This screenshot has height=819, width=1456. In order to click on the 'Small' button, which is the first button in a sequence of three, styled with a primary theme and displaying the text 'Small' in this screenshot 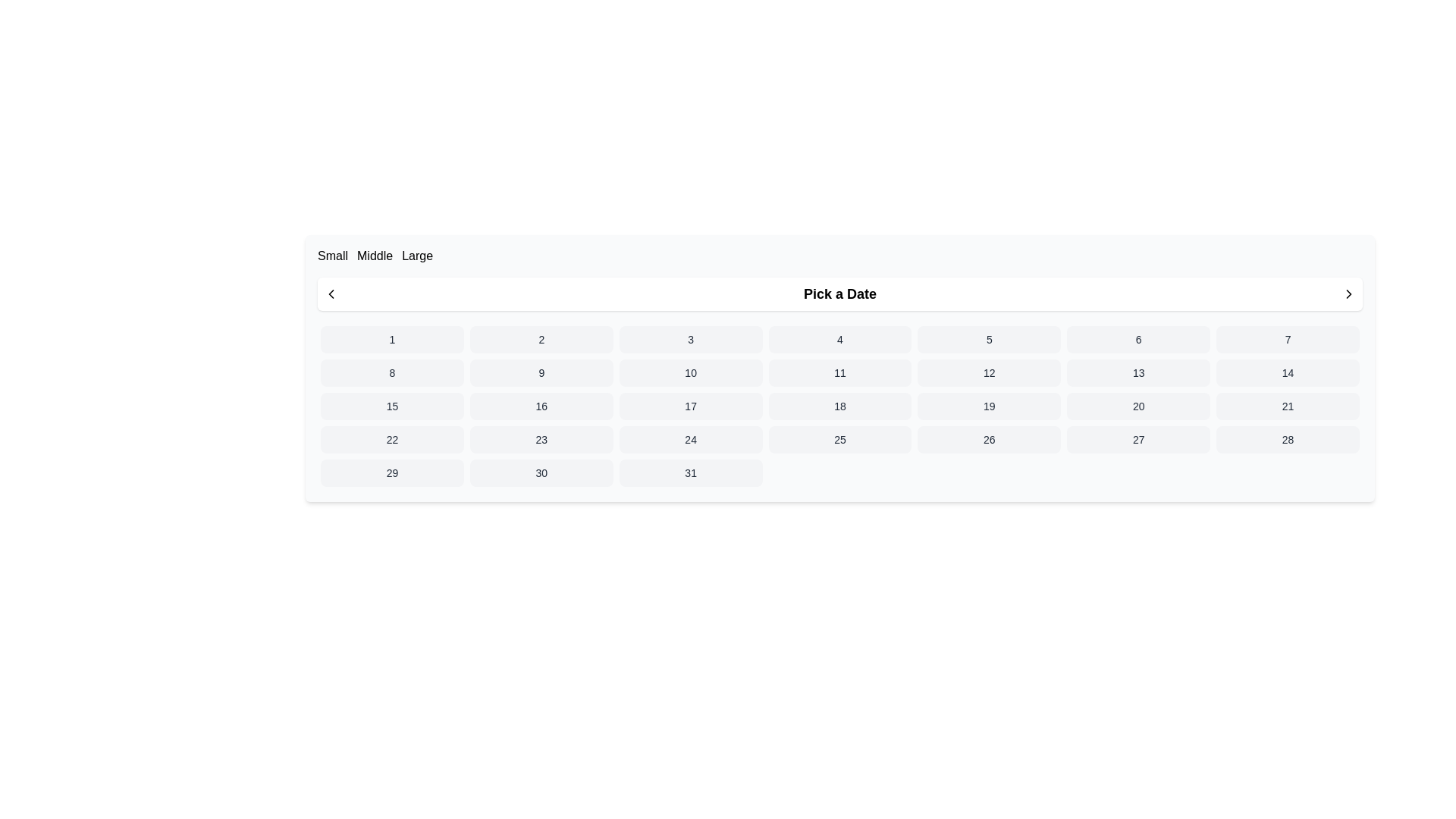, I will do `click(332, 256)`.